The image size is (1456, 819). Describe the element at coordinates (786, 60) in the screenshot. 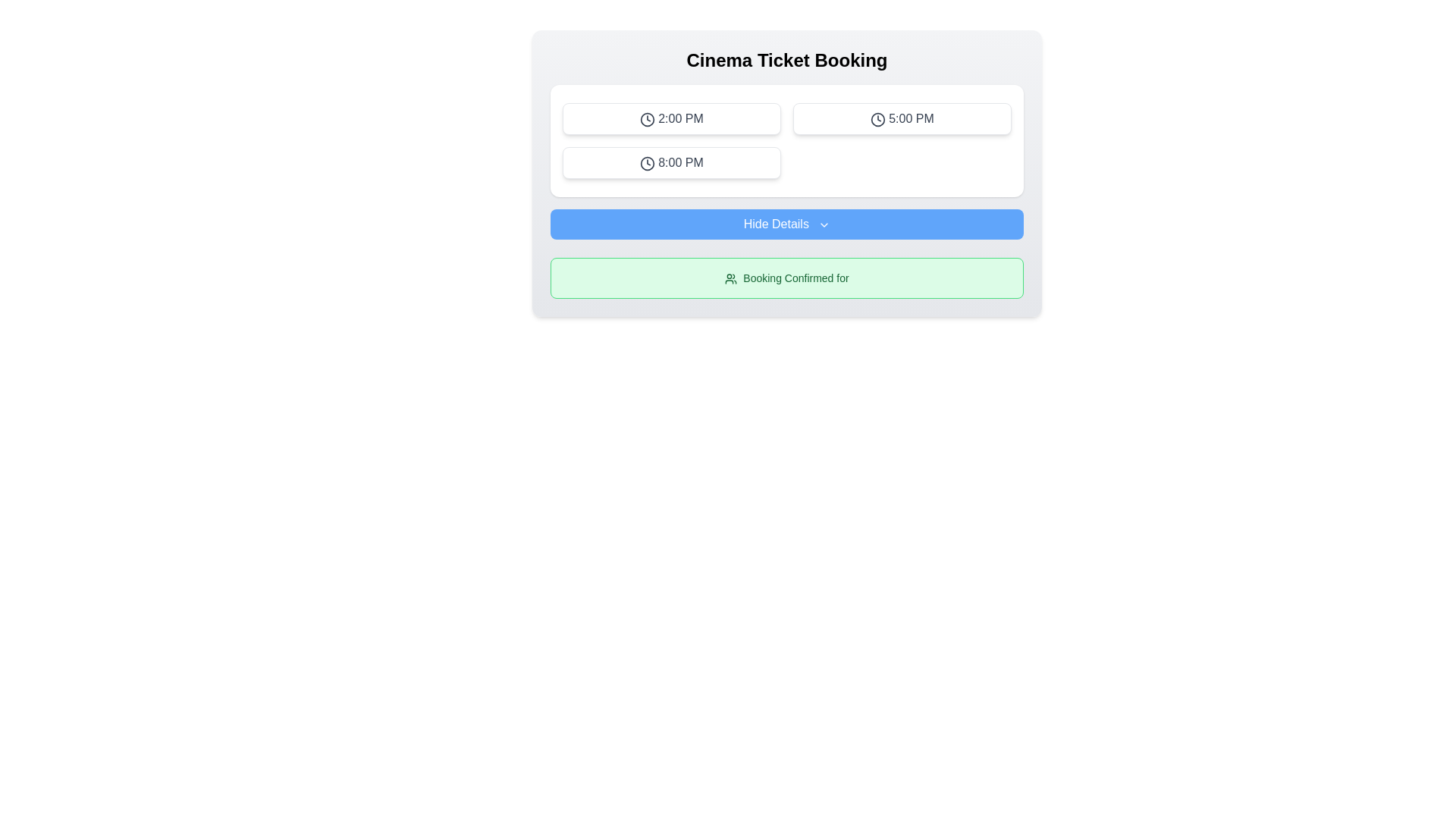

I see `the header text label positioned at the topmost section of the interface, indicating the context for the time selection grid` at that location.